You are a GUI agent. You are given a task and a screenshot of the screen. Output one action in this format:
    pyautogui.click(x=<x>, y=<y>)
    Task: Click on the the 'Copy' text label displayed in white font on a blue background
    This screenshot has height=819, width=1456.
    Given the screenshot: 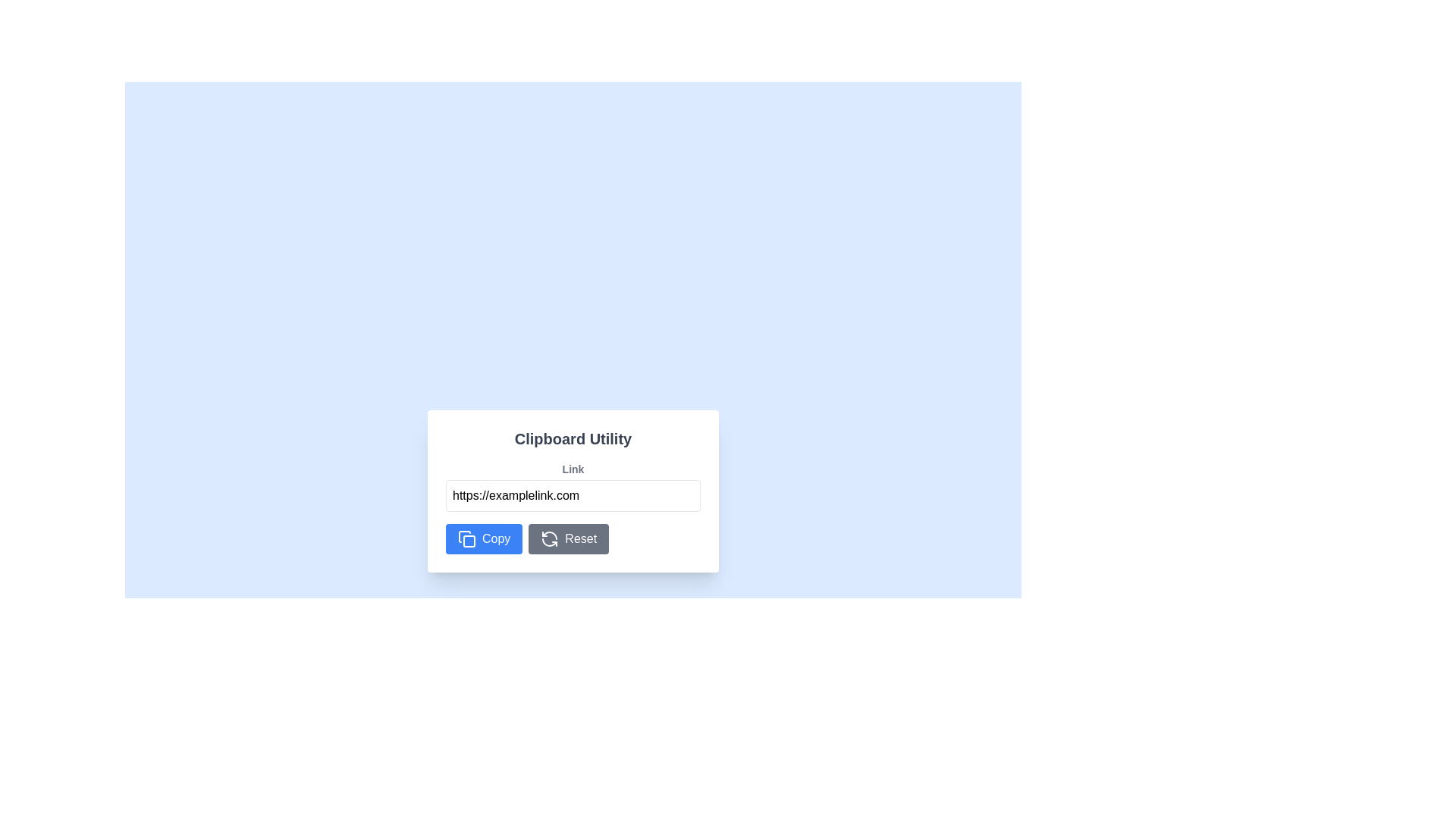 What is the action you would take?
    pyautogui.click(x=496, y=538)
    